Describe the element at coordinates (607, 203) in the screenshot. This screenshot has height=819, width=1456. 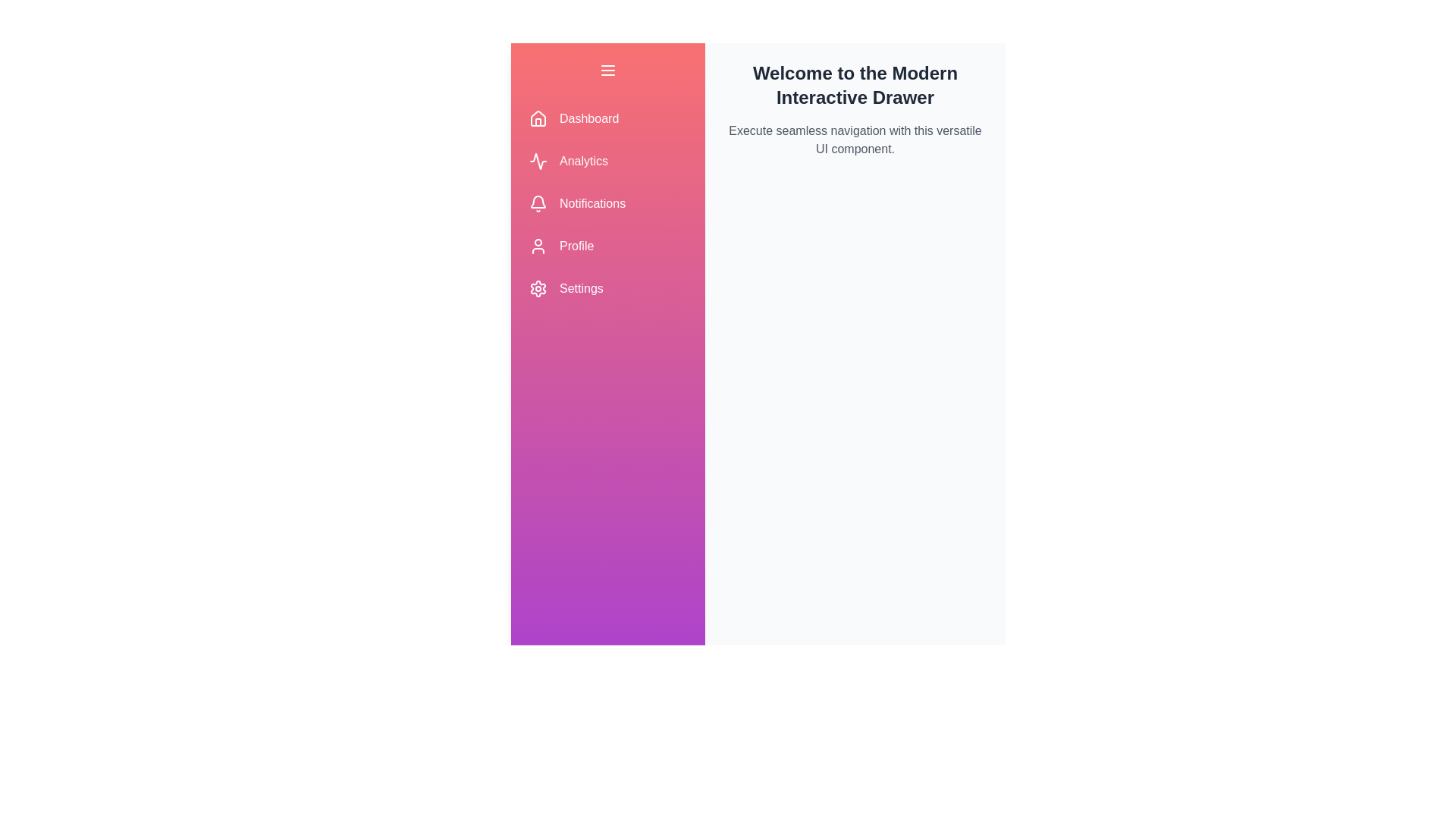
I see `the navigation item labeled Notifications` at that location.